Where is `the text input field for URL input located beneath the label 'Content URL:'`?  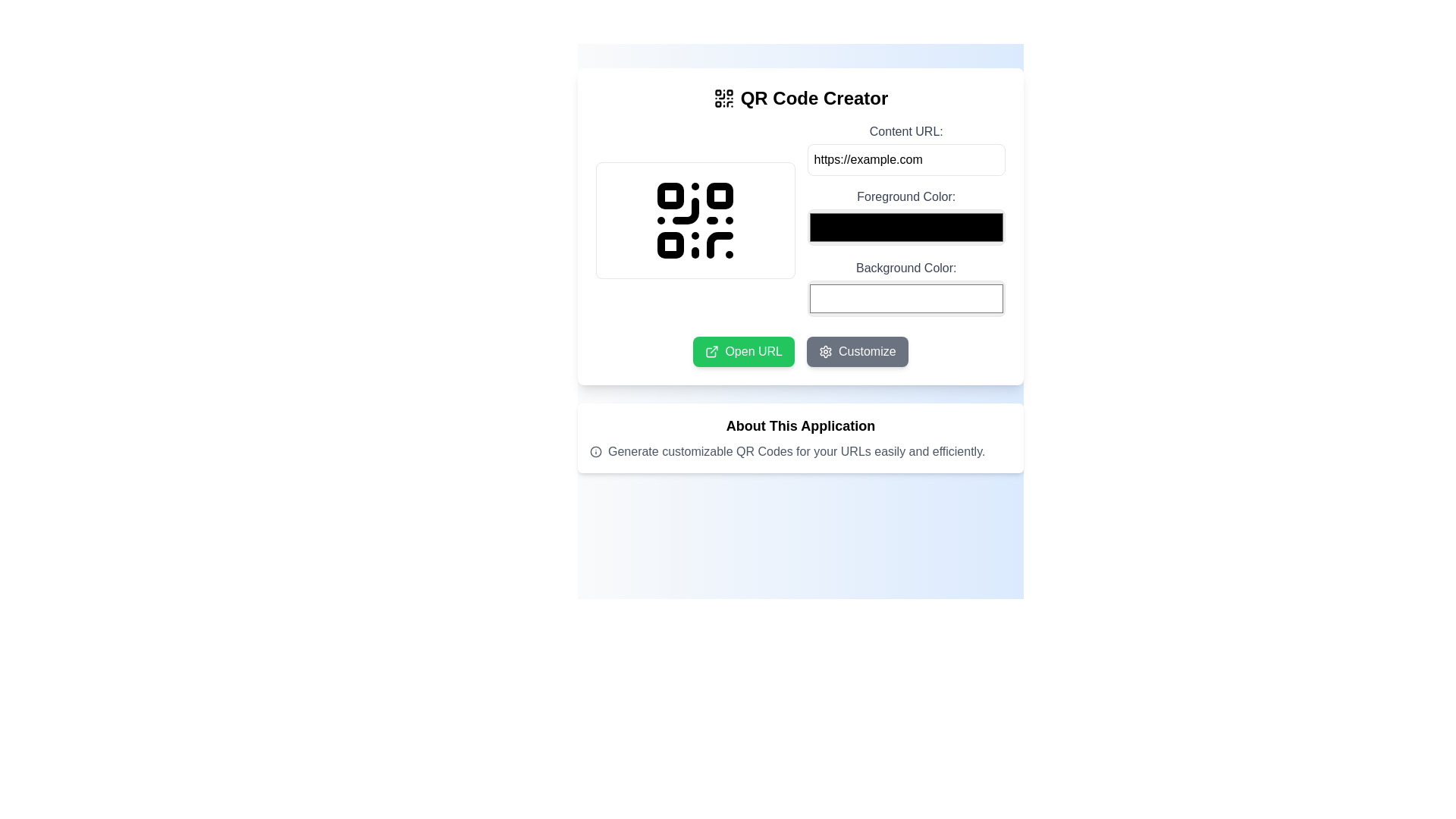
the text input field for URL input located beneath the label 'Content URL:' is located at coordinates (906, 160).